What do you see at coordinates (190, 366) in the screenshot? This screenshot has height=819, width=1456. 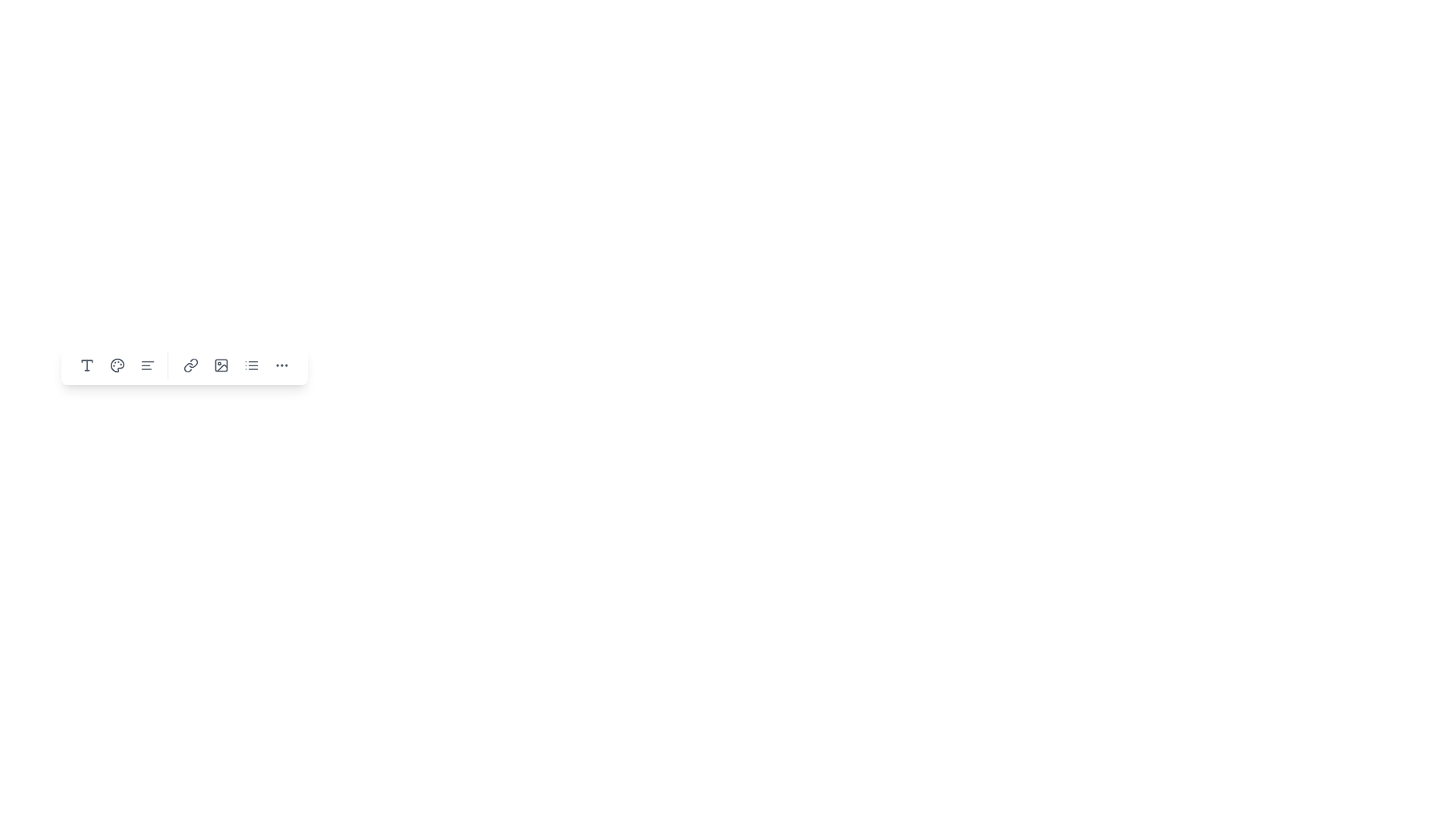 I see `the square button with rounded corners featuring a chain link icon` at bounding box center [190, 366].